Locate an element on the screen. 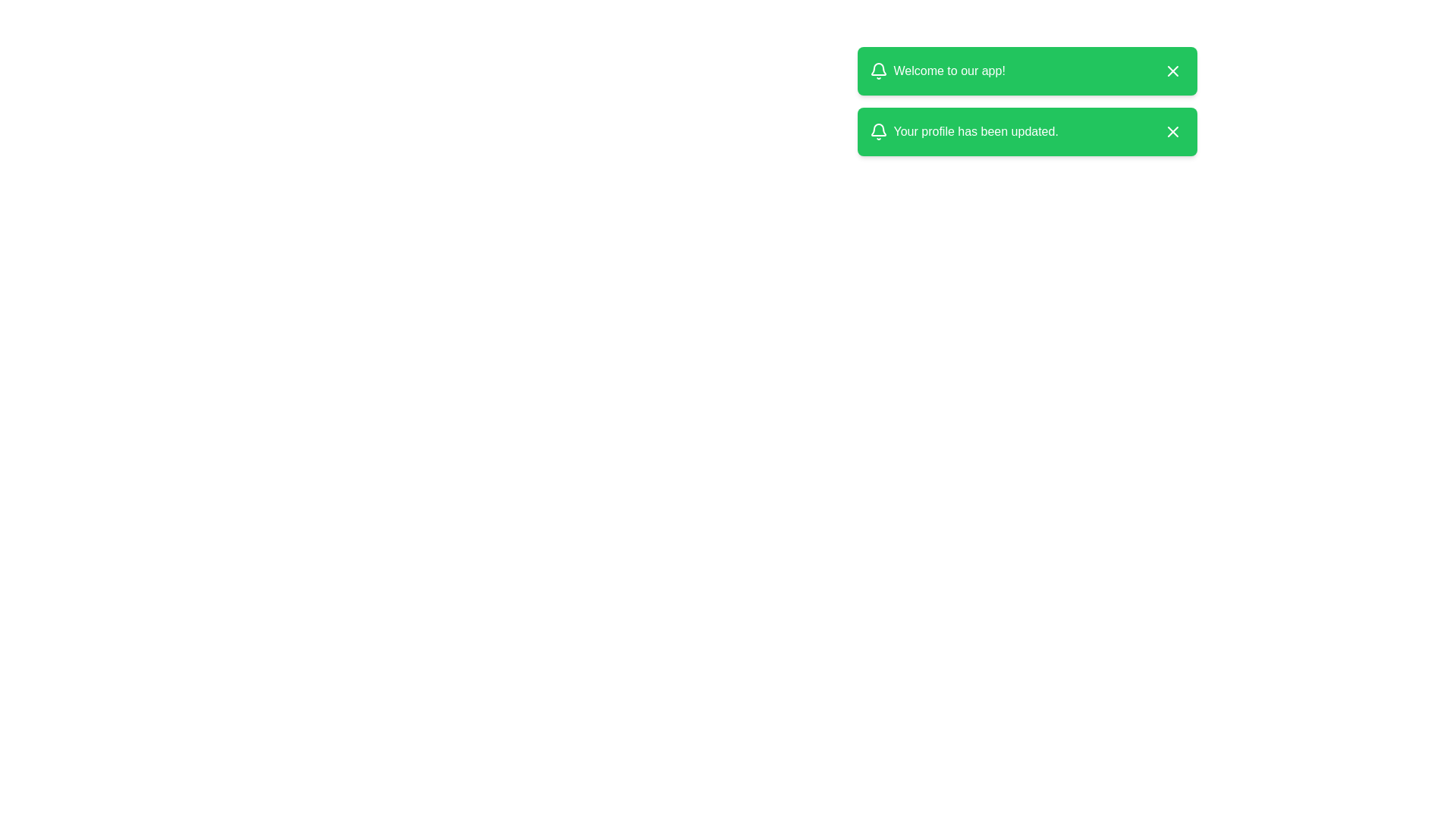  the text element that indicates successful profile update, located in the second notification panel below the 'Welcome to our app!' notification is located at coordinates (976, 130).